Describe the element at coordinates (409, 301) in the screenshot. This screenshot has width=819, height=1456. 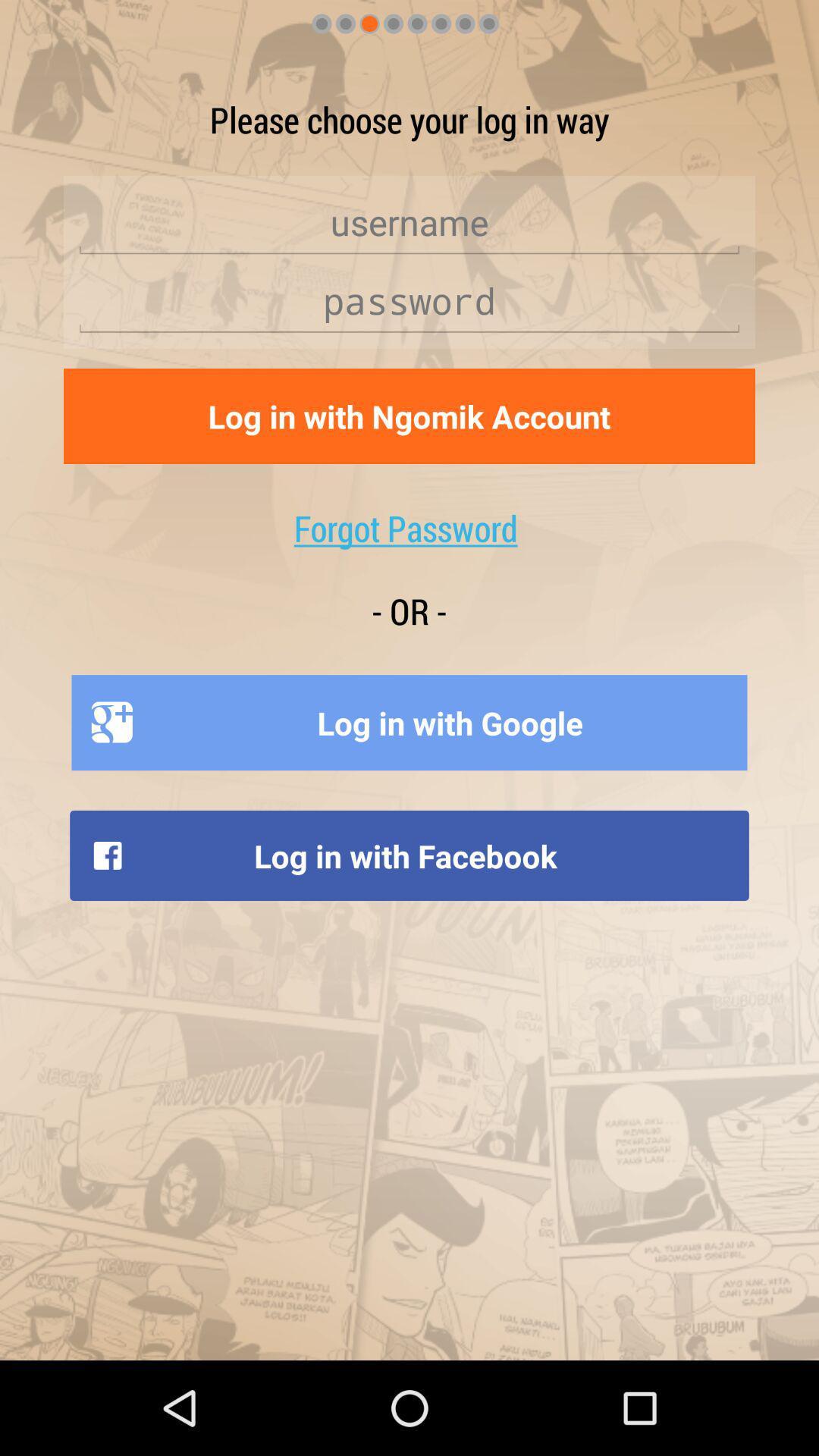
I see `password page` at that location.